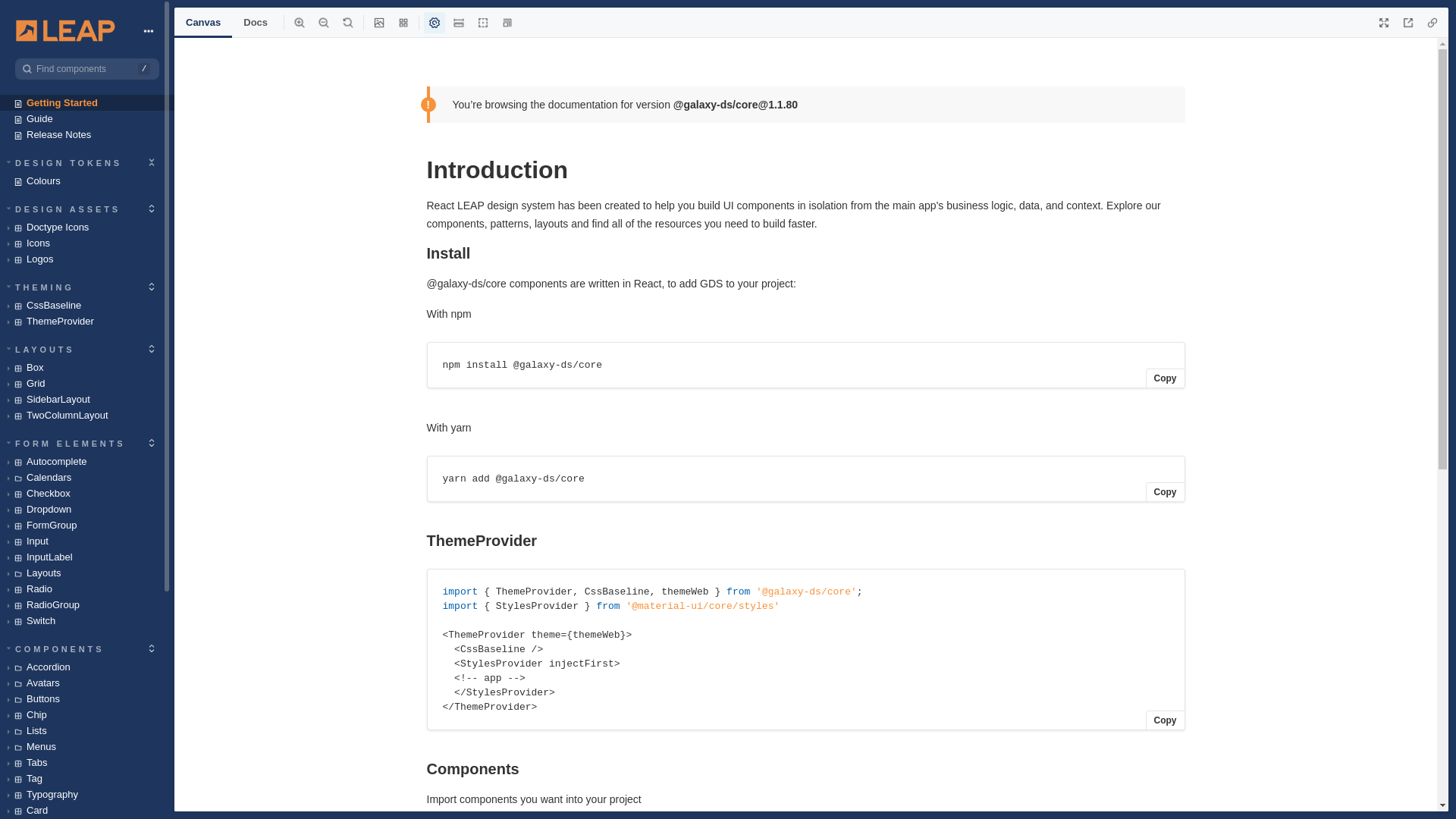 The height and width of the screenshot is (819, 1456). I want to click on 'Avatars', so click(86, 682).